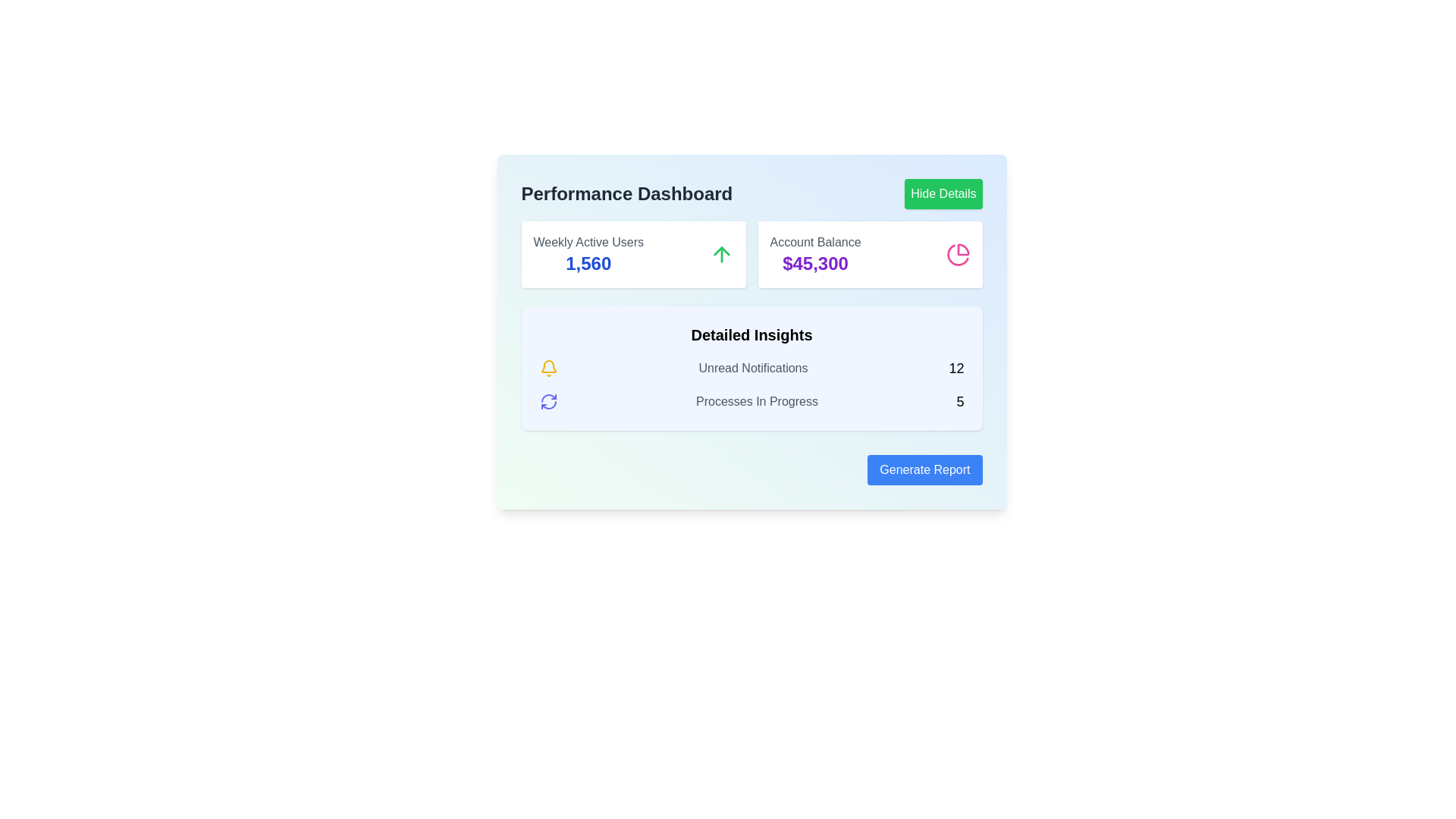 This screenshot has height=819, width=1456. Describe the element at coordinates (753, 369) in the screenshot. I see `the 'Unread Notifications' text label, which is styled in medium-sized gray font and located in the middle-right side of the 'Detailed Insights' section, positioned between a notification icon and a numeric counter reading '12'` at that location.